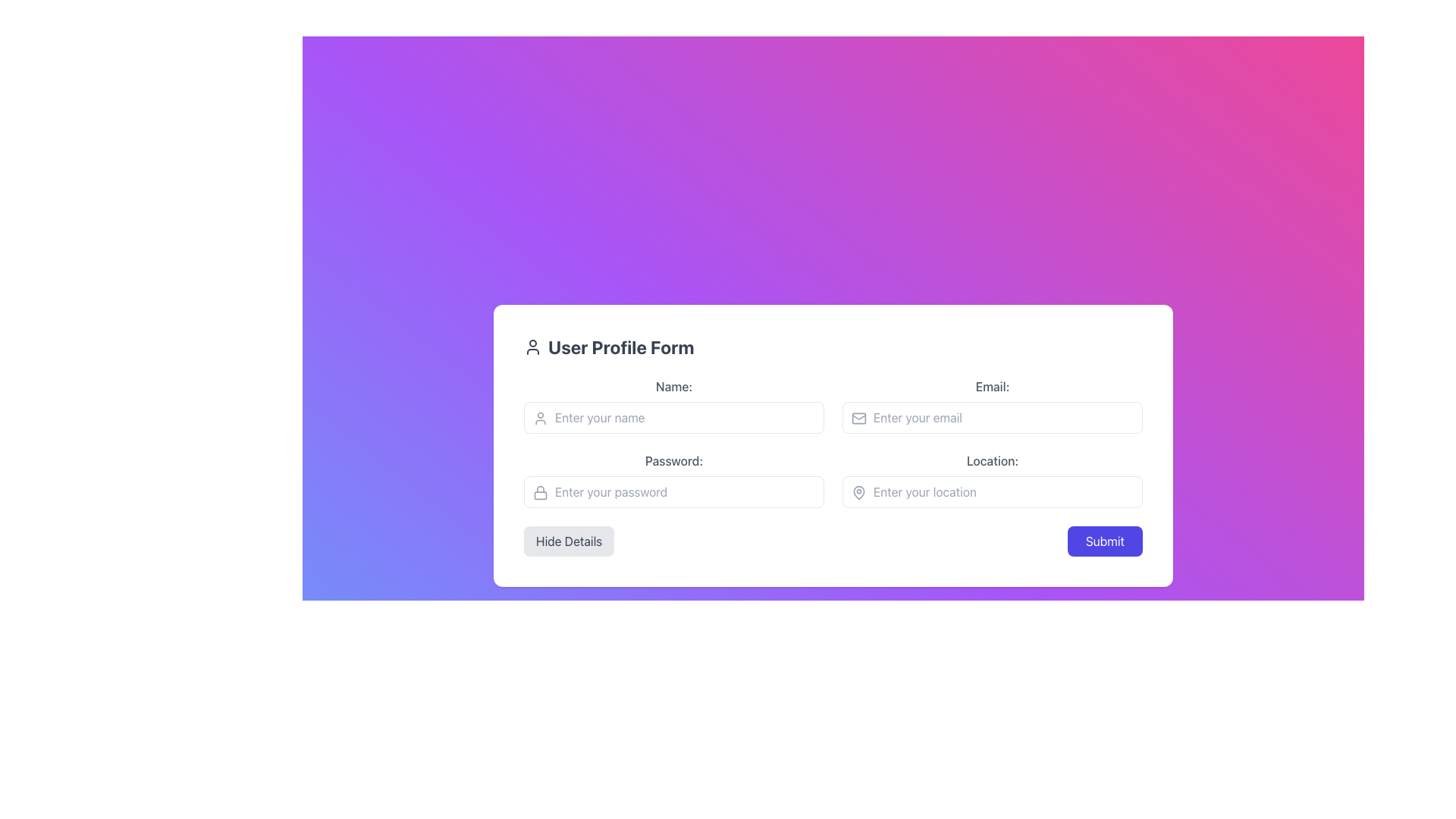 Image resolution: width=1456 pixels, height=819 pixels. I want to click on the gray lock icon located on the left side of the password input box in the user profile form interface, so click(541, 493).